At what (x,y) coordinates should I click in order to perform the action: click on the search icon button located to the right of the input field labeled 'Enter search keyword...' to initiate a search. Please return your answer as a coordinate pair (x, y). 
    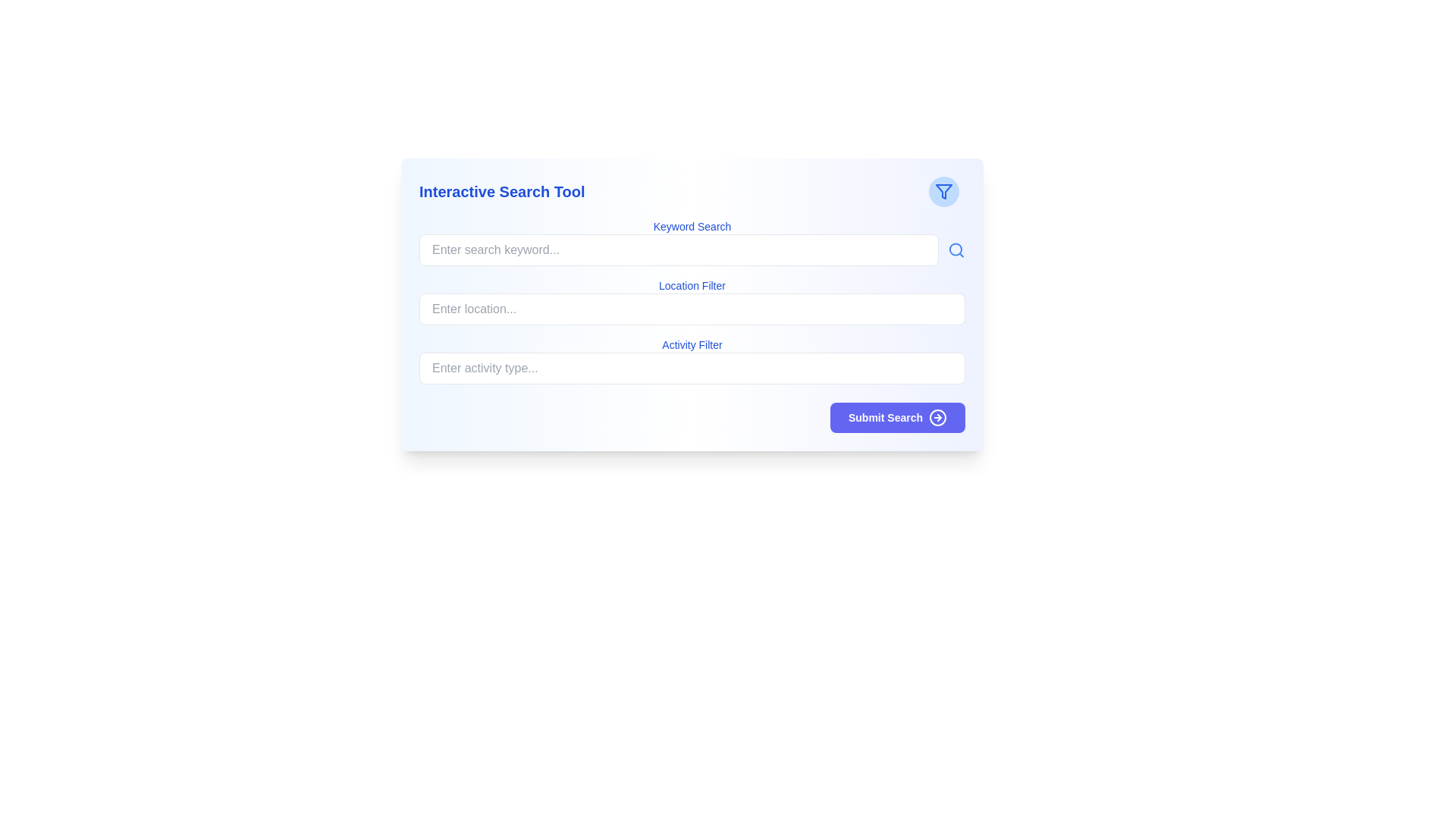
    Looking at the image, I should click on (955, 249).